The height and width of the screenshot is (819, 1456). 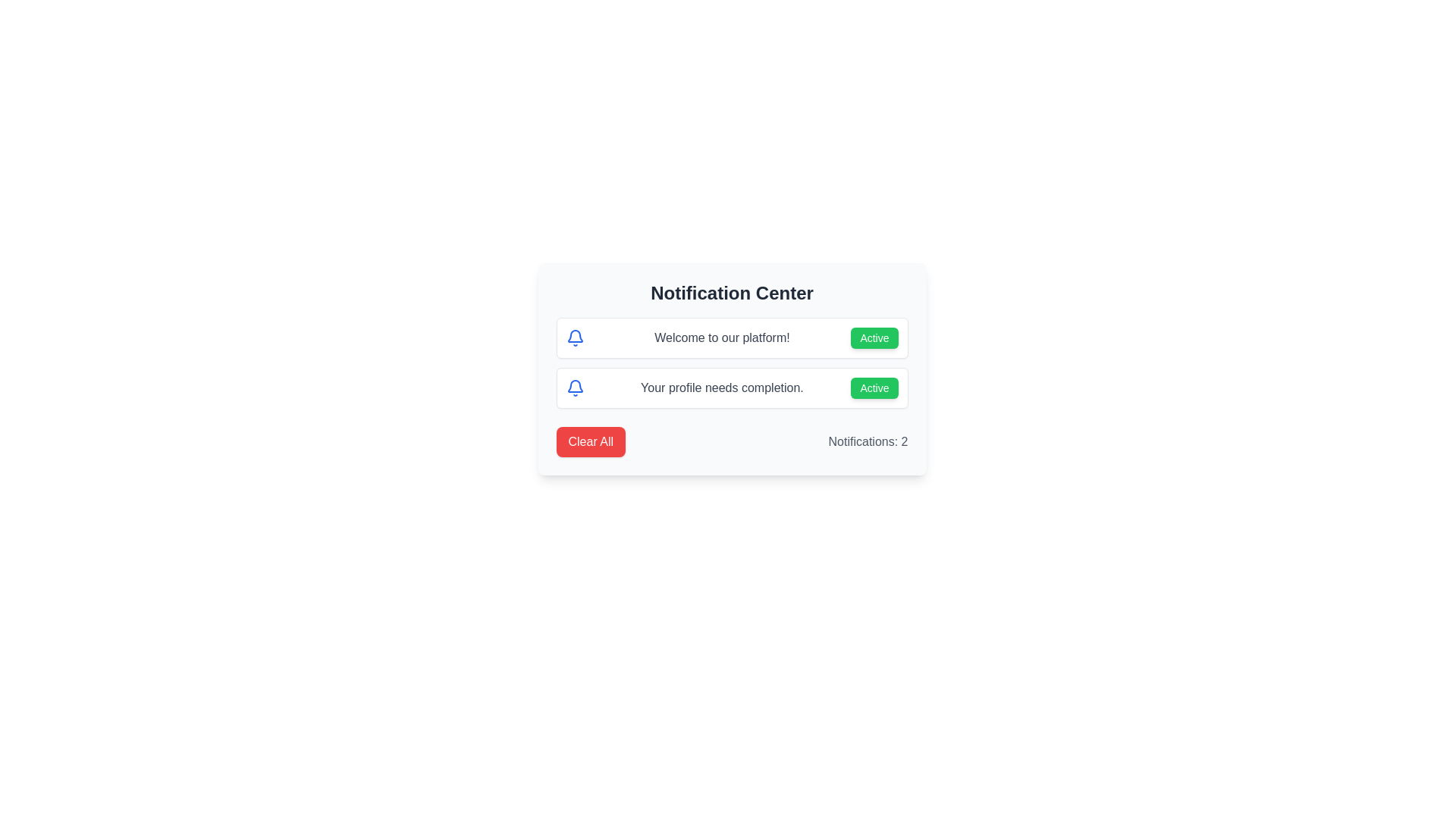 What do you see at coordinates (874, 337) in the screenshot?
I see `the green button labeled 'Active' located at the right end of the notification entry` at bounding box center [874, 337].